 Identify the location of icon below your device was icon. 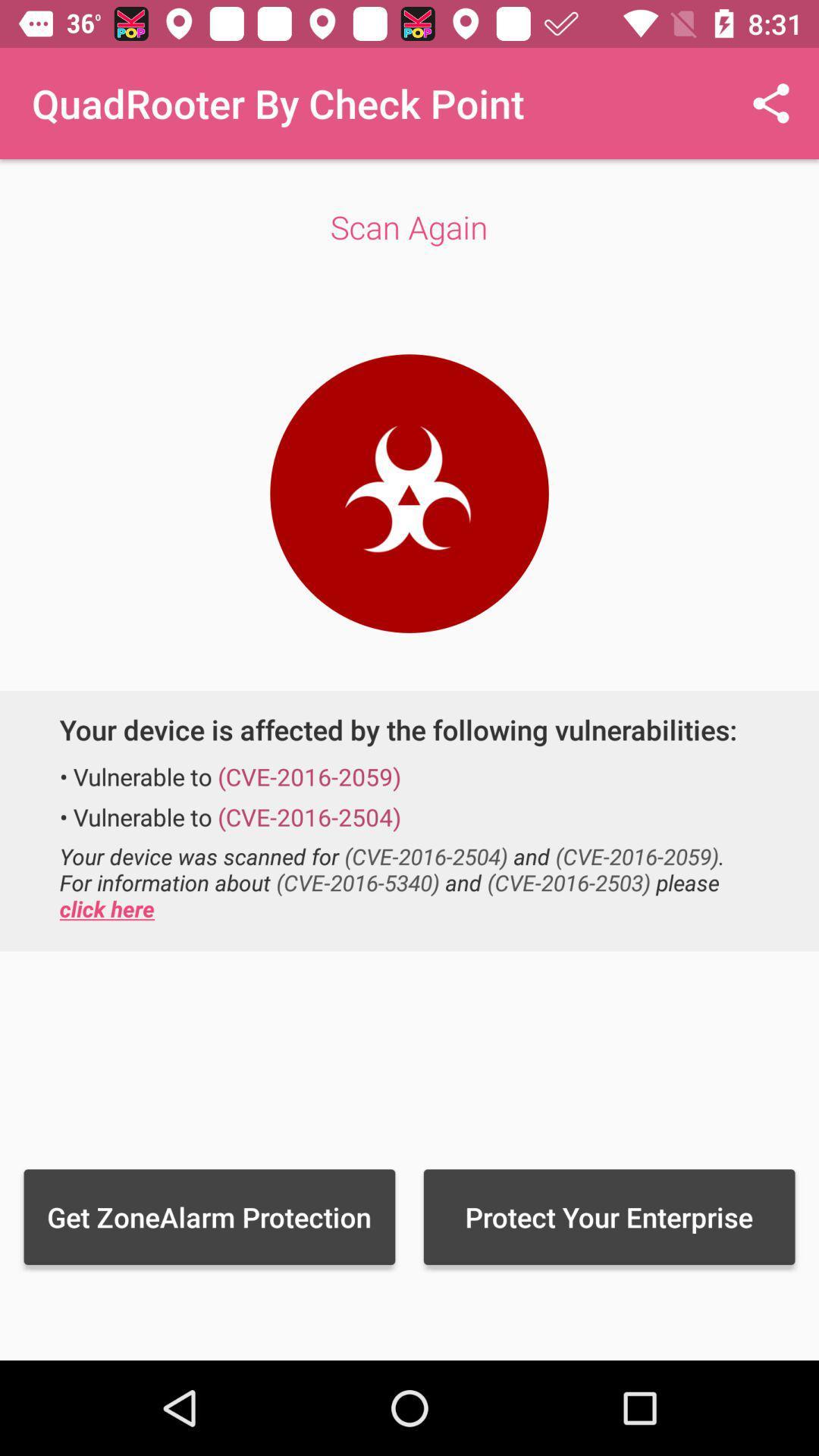
(608, 1216).